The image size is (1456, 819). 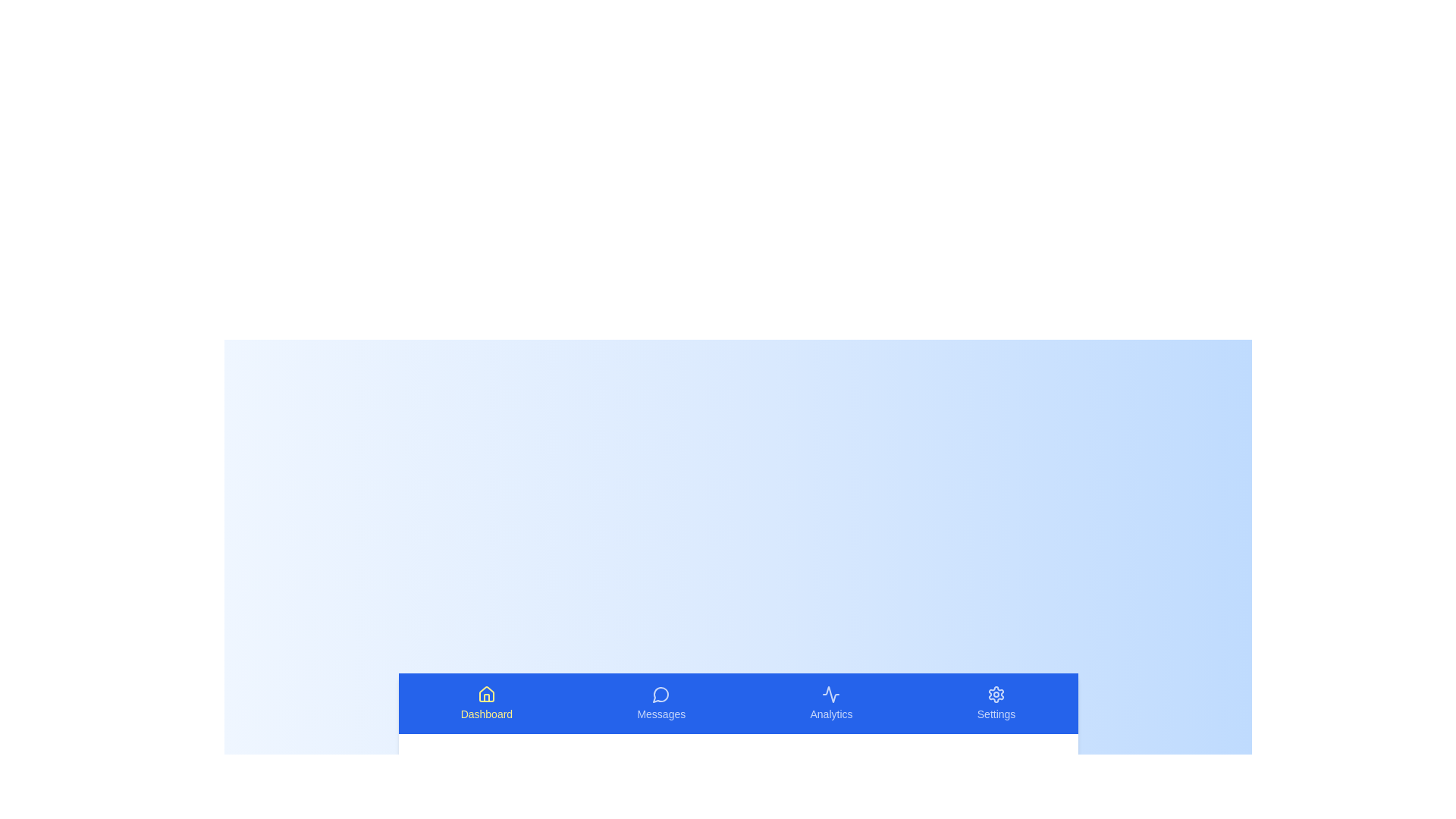 What do you see at coordinates (486, 704) in the screenshot?
I see `the tab labeled 'Dashboard' to observe the hover effect` at bounding box center [486, 704].